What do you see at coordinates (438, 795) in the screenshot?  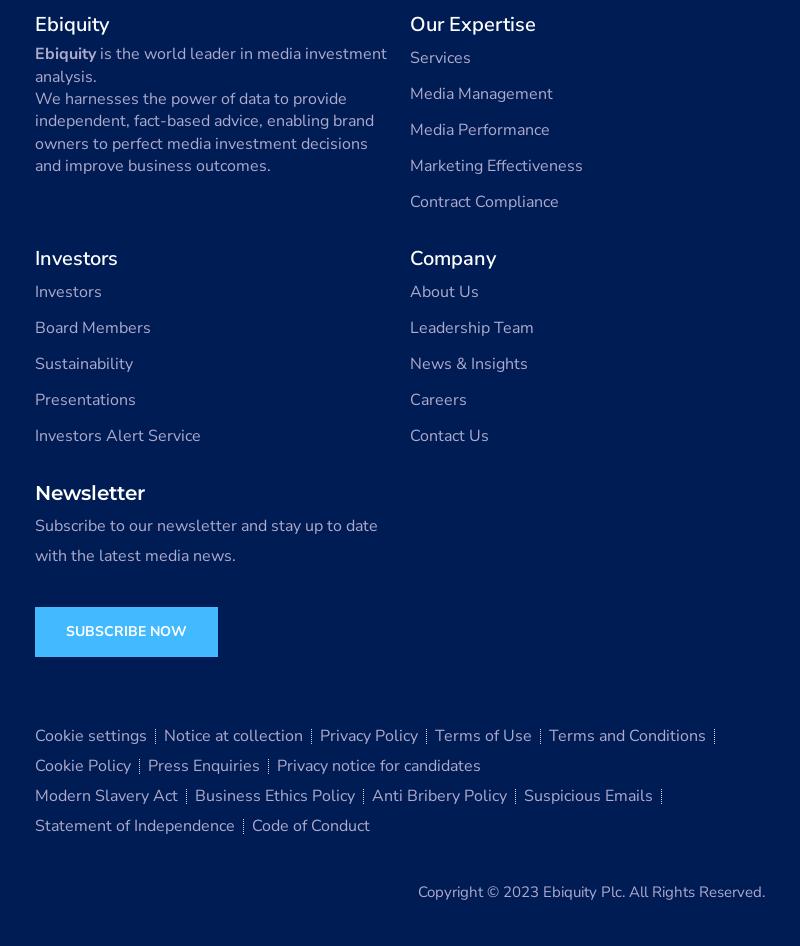 I see `'Anti Bribery Policy'` at bounding box center [438, 795].